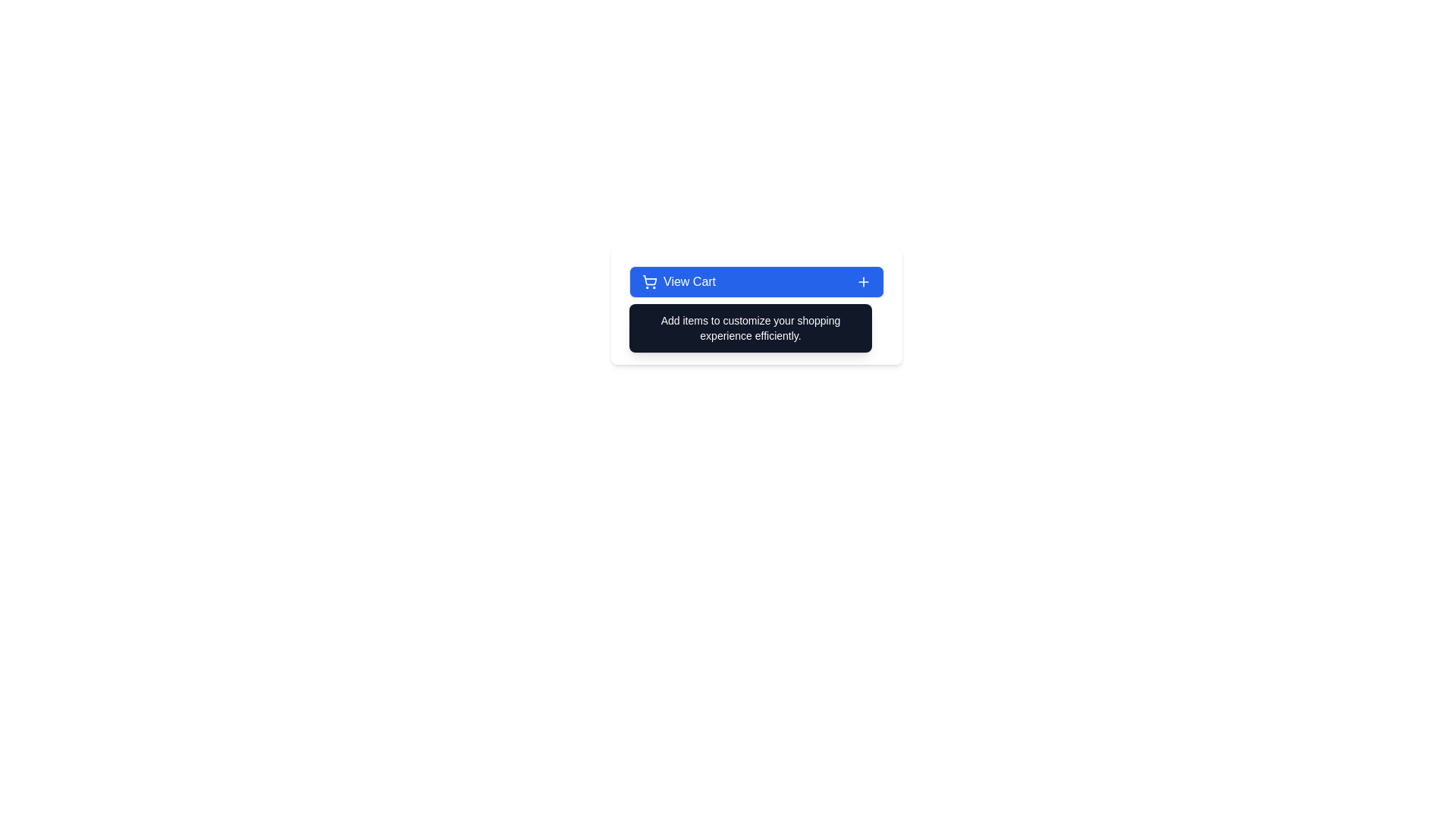  Describe the element at coordinates (863, 281) in the screenshot. I see `the 'plus' icon, which is a white cross shape on a blue background, located at the extreme right side of the 'View Cart' button` at that location.